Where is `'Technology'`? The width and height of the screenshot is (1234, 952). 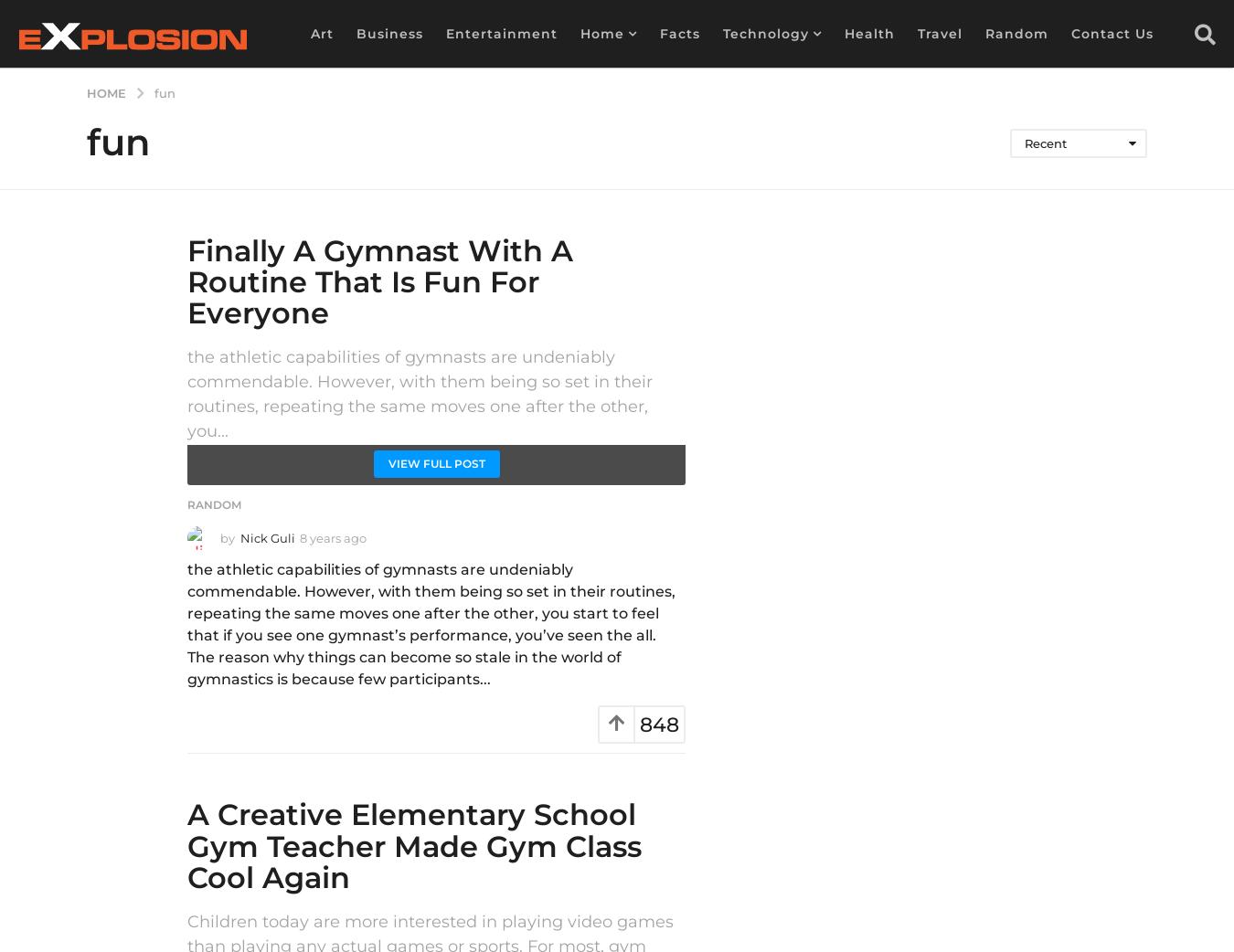
'Technology' is located at coordinates (765, 32).